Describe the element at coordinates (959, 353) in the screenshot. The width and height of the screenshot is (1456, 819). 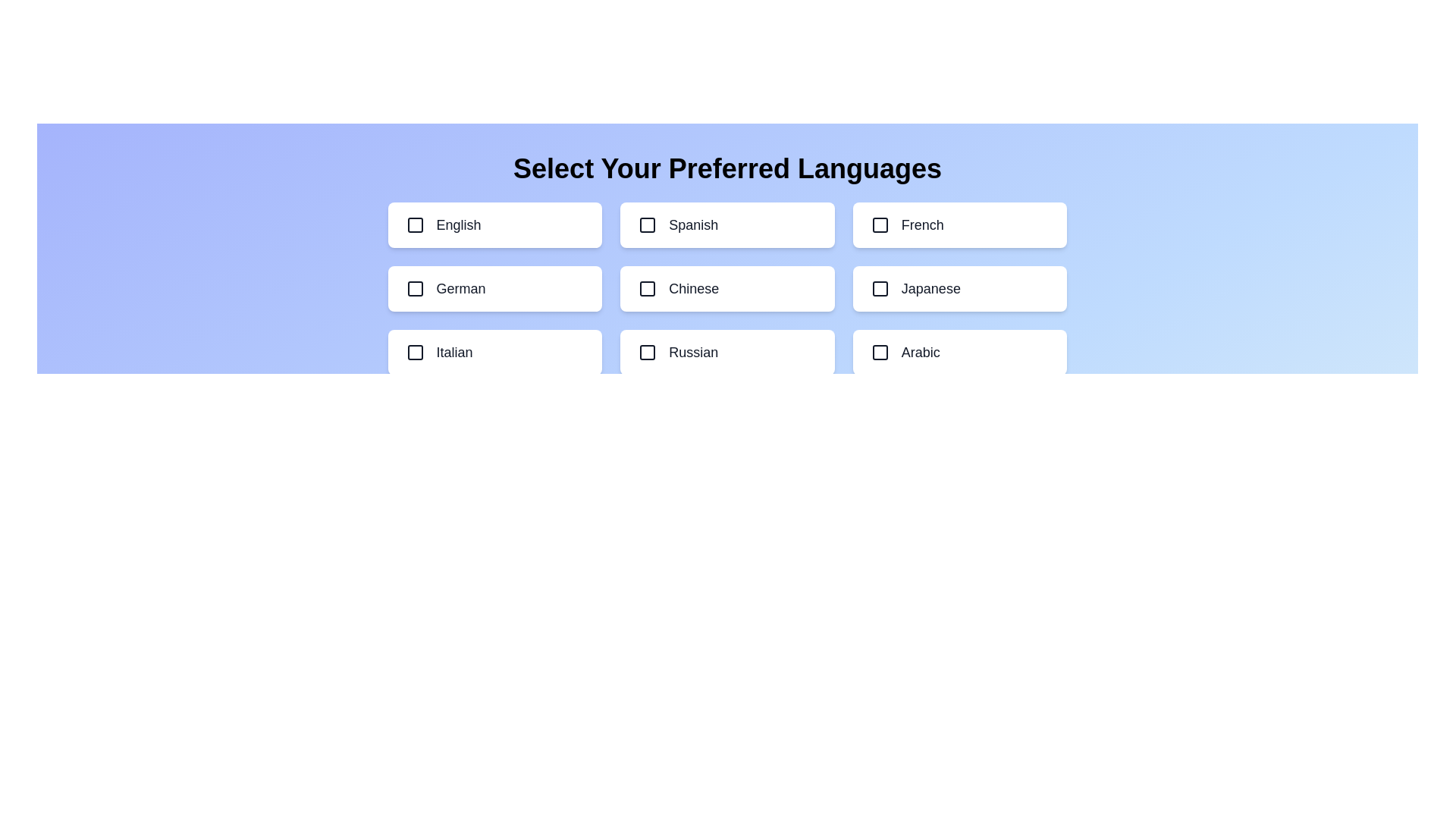
I see `the language option Arabic` at that location.